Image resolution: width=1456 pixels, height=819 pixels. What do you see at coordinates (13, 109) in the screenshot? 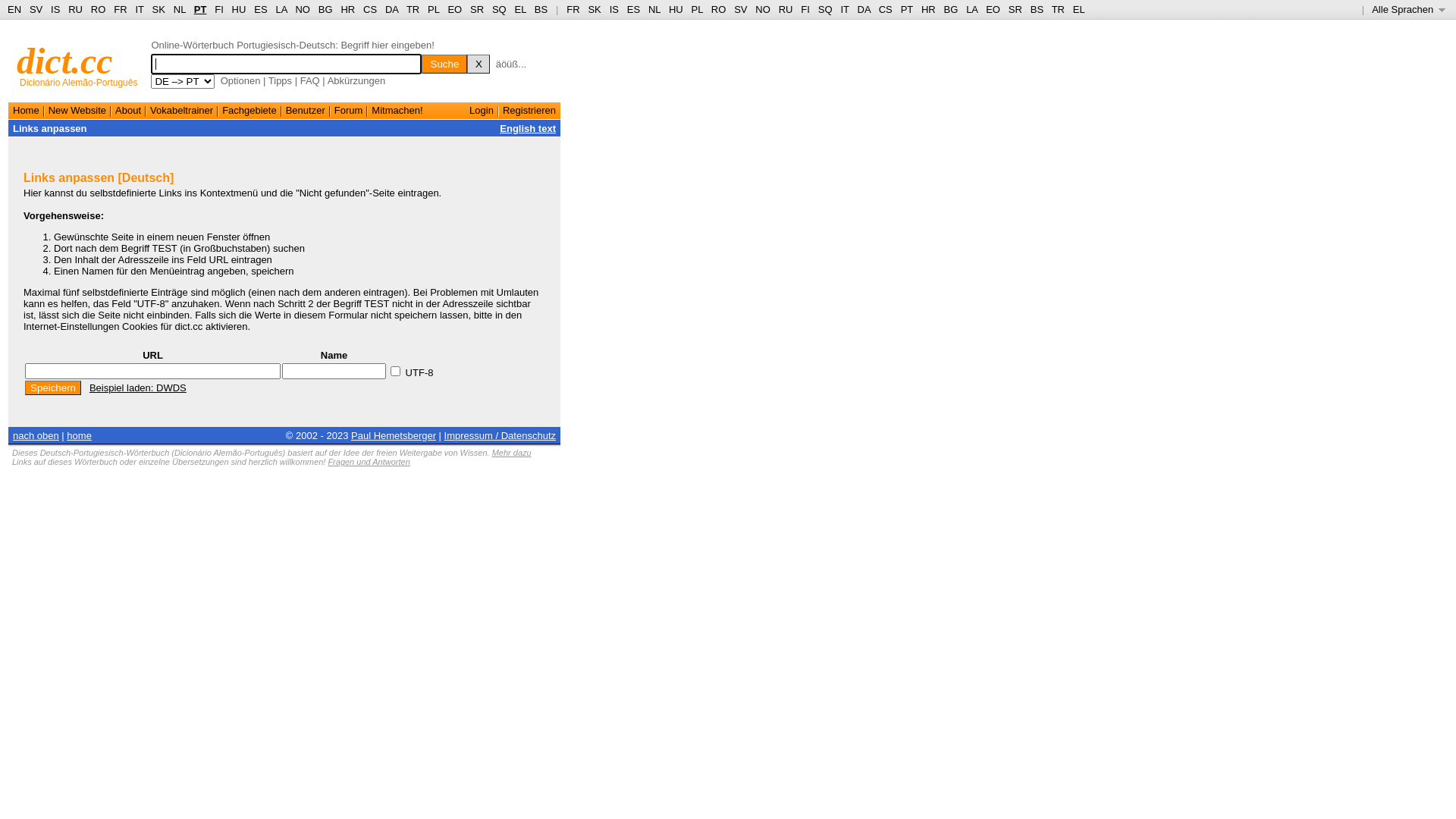
I see `'Home'` at bounding box center [13, 109].